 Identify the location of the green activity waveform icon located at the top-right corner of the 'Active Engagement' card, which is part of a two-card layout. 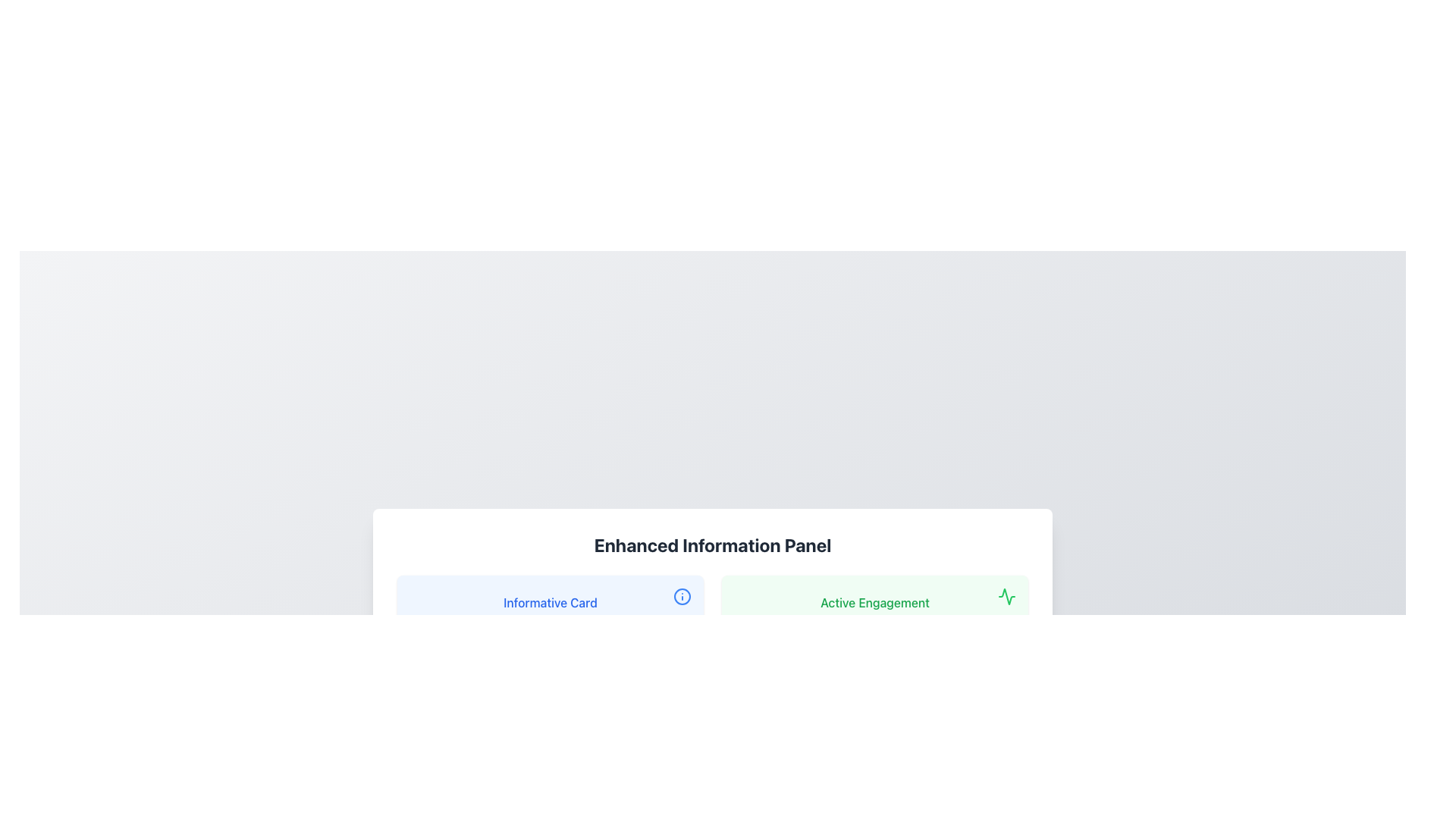
(1007, 595).